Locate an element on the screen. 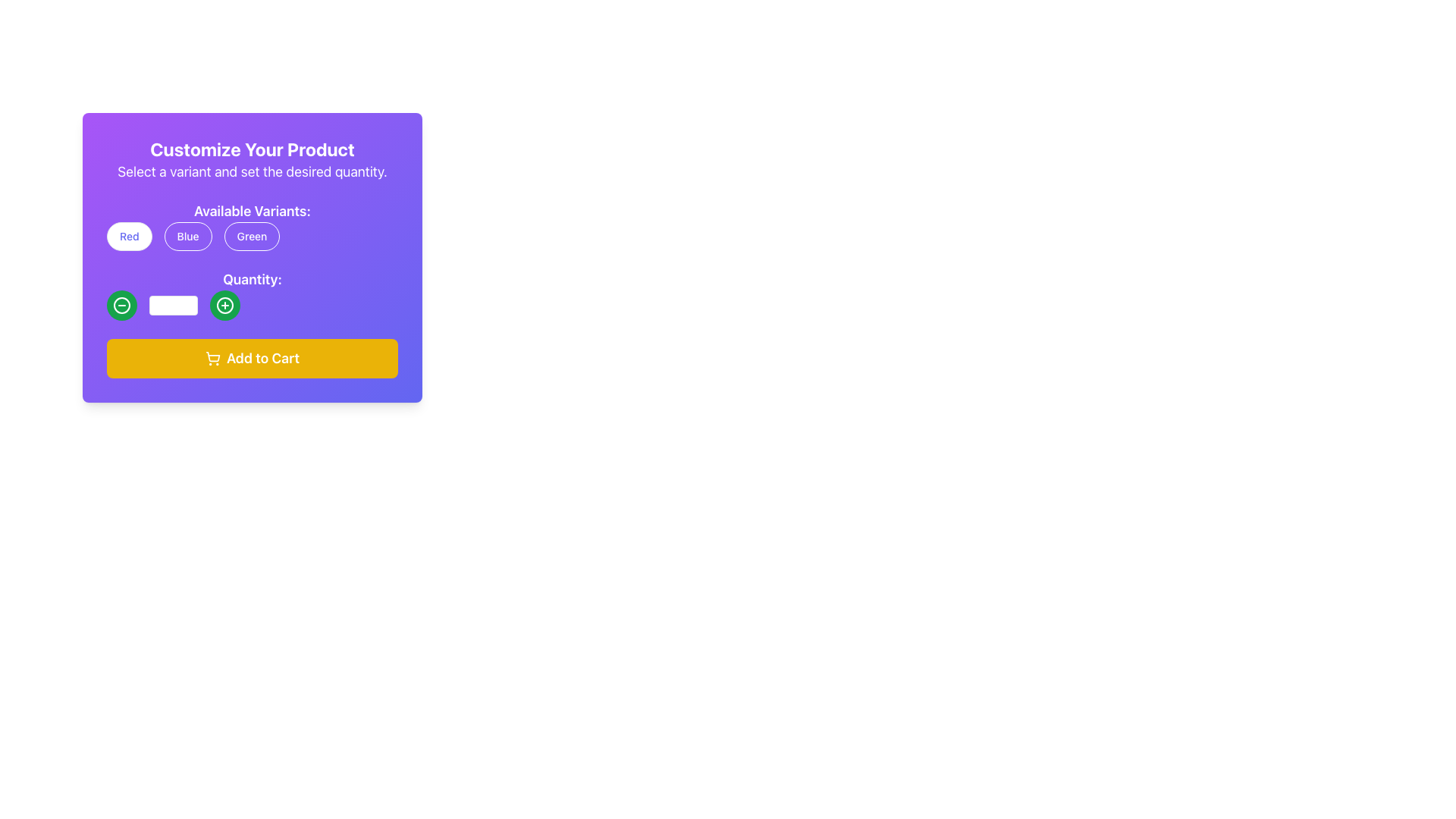 The image size is (1456, 819). header text that introduces the product customization section, which is located at the top of the card interface is located at coordinates (252, 149).